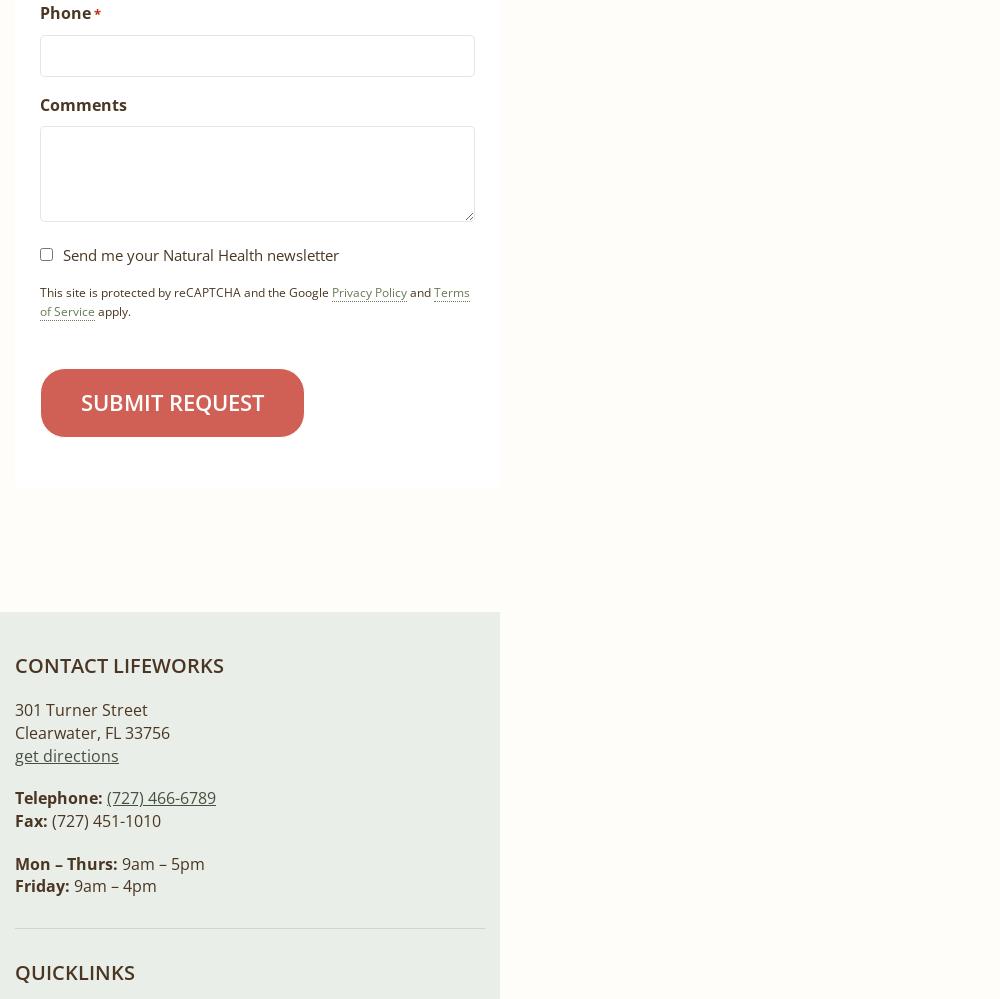 The image size is (1000, 999). What do you see at coordinates (40, 12) in the screenshot?
I see `'Phone'` at bounding box center [40, 12].